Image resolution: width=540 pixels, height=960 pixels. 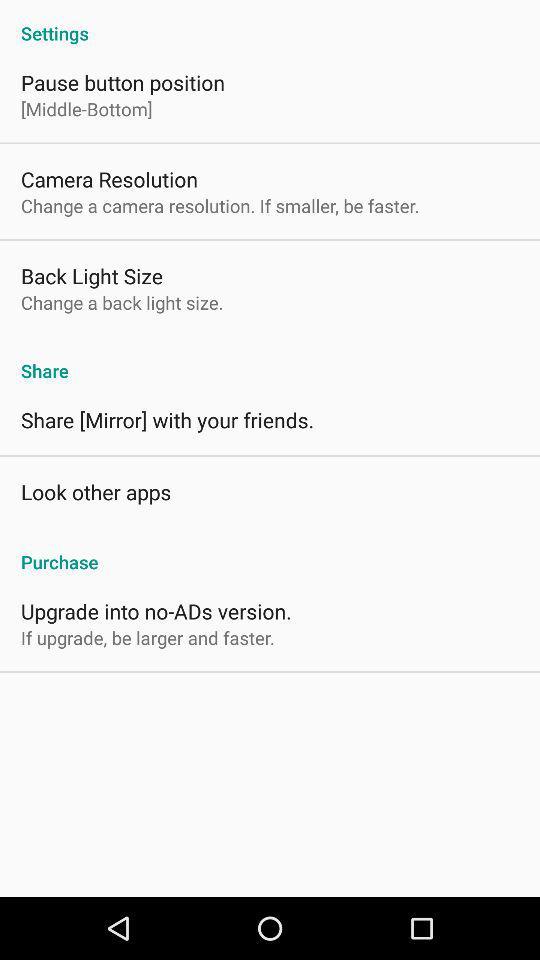 What do you see at coordinates (270, 21) in the screenshot?
I see `settings item` at bounding box center [270, 21].